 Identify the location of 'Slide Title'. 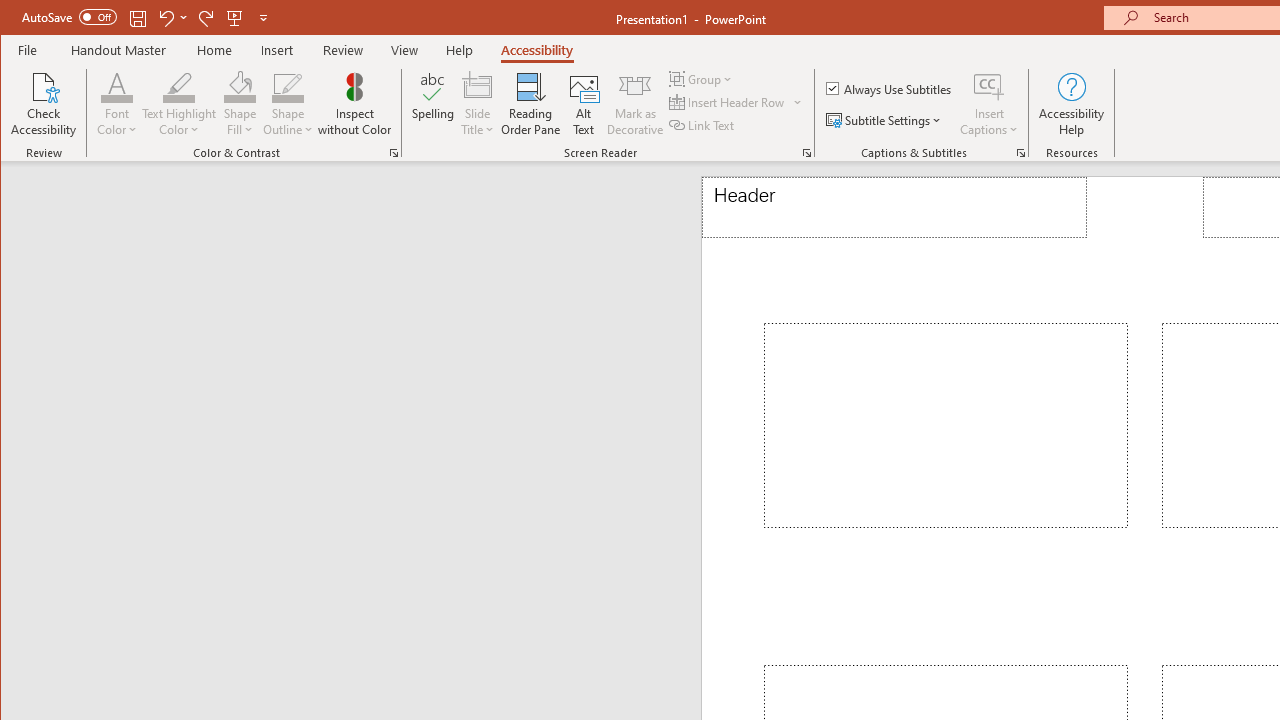
(477, 104).